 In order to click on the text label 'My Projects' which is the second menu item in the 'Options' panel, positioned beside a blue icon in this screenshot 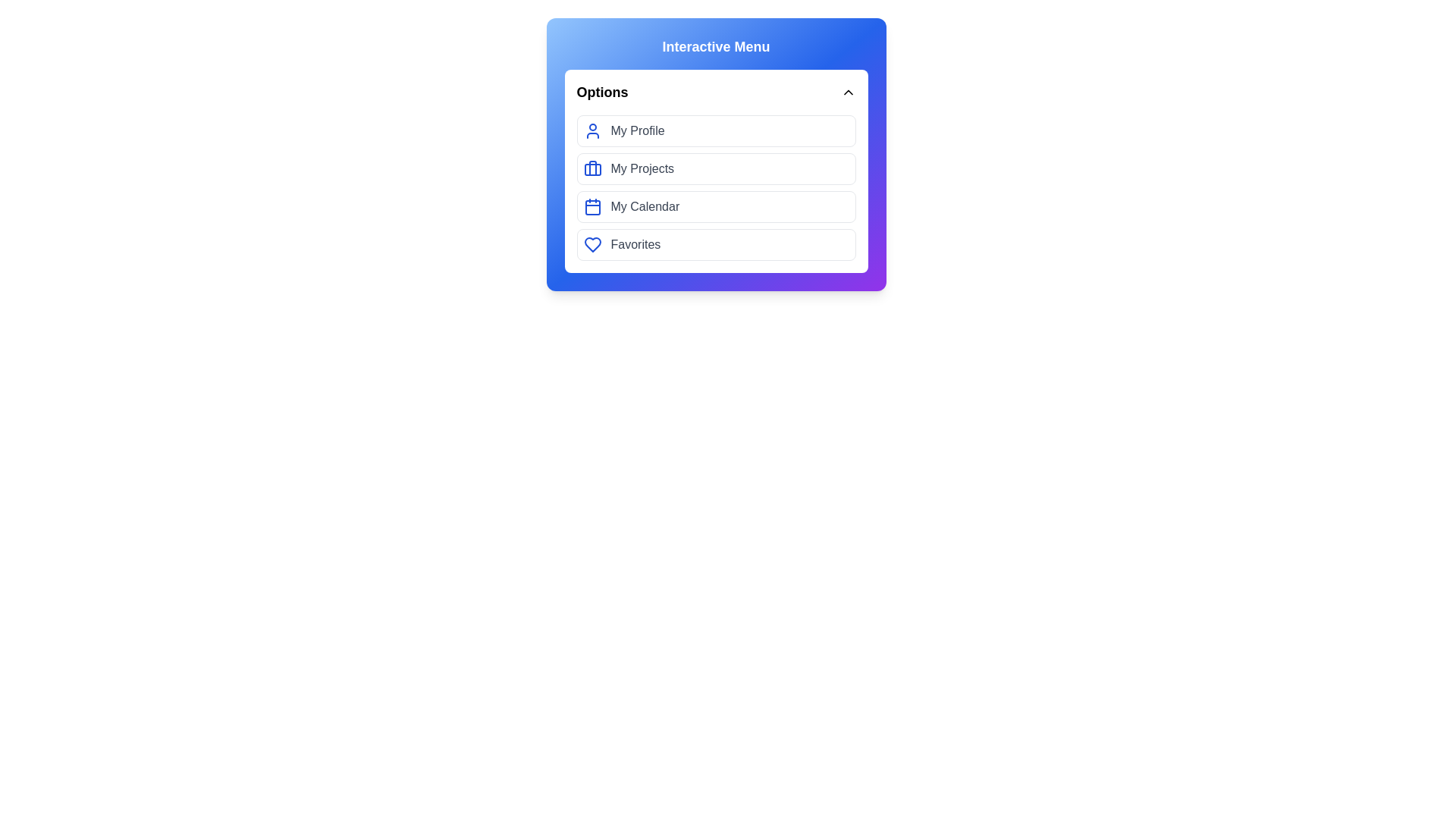, I will do `click(642, 169)`.